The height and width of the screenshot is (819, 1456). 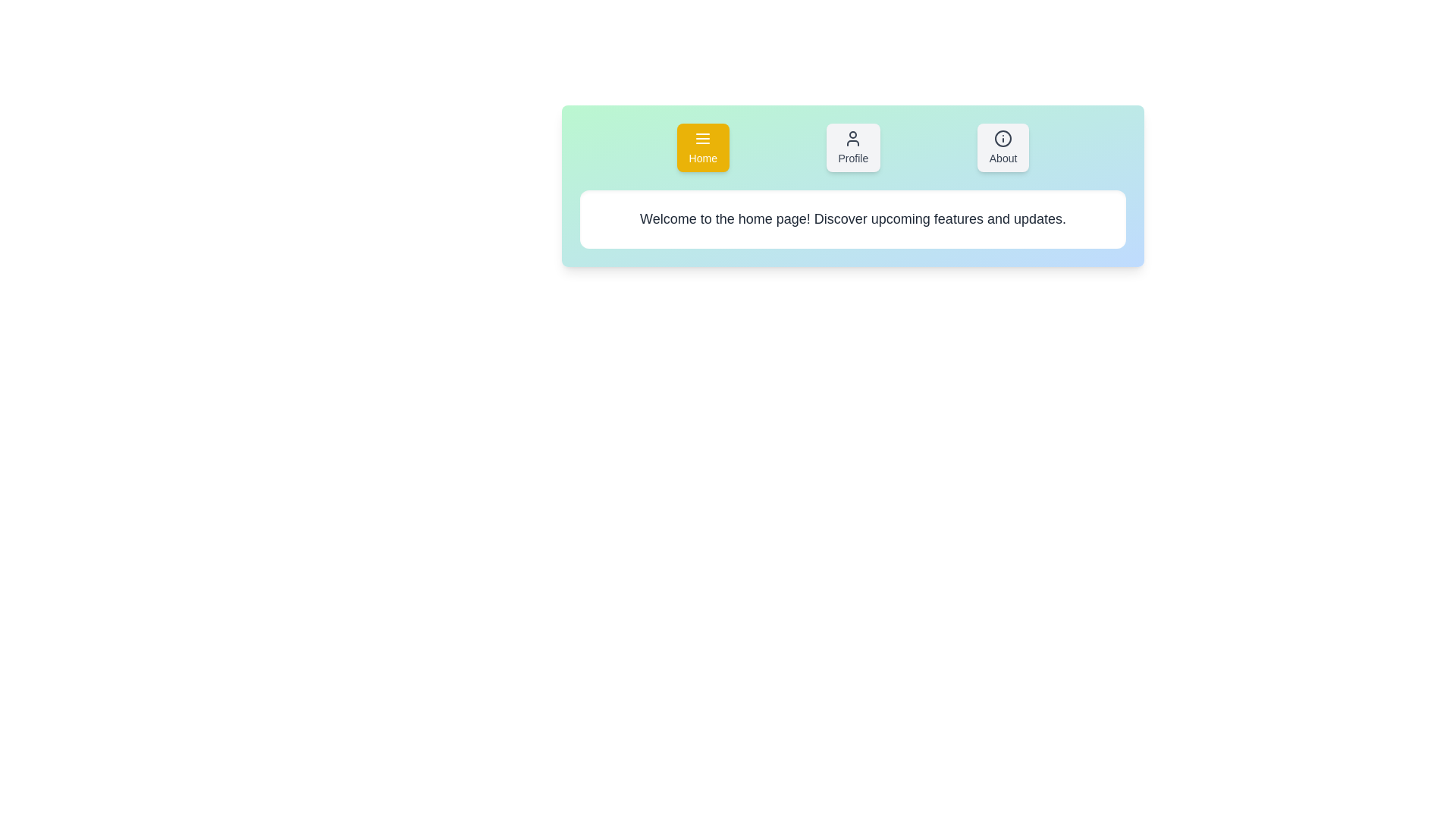 I want to click on the Profile tab by clicking its corresponding button, so click(x=852, y=148).